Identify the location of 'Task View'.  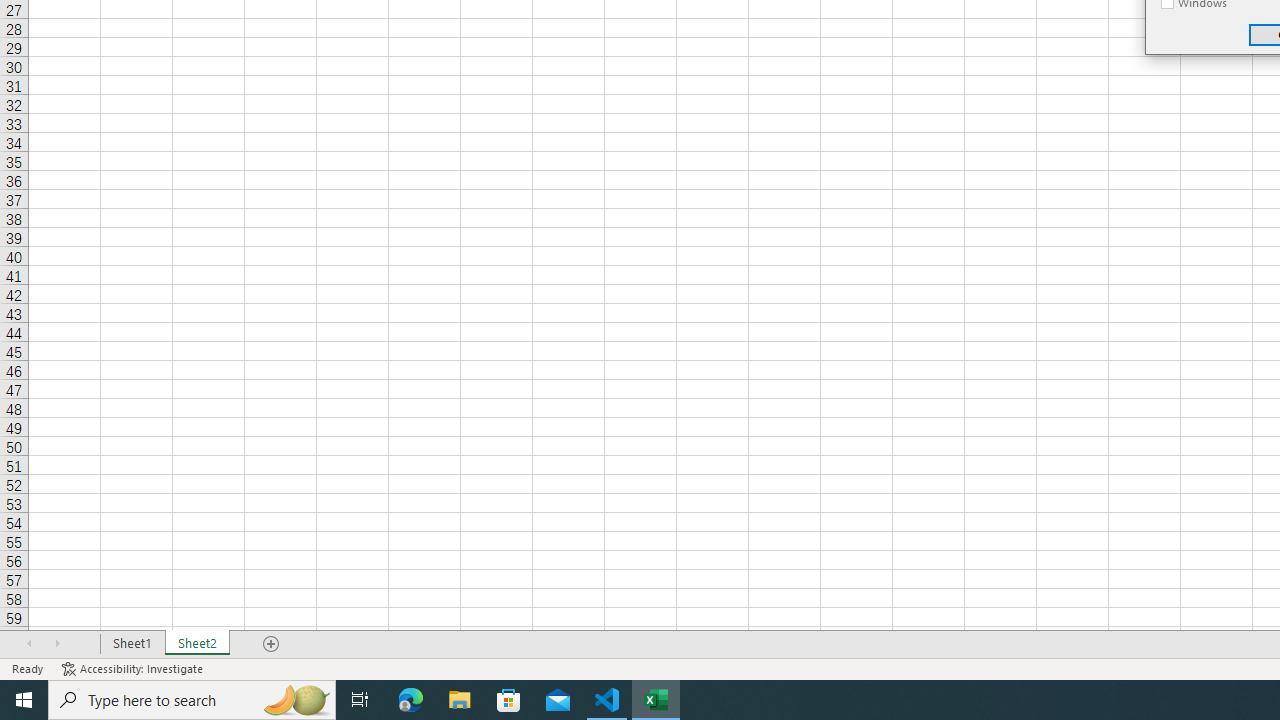
(359, 698).